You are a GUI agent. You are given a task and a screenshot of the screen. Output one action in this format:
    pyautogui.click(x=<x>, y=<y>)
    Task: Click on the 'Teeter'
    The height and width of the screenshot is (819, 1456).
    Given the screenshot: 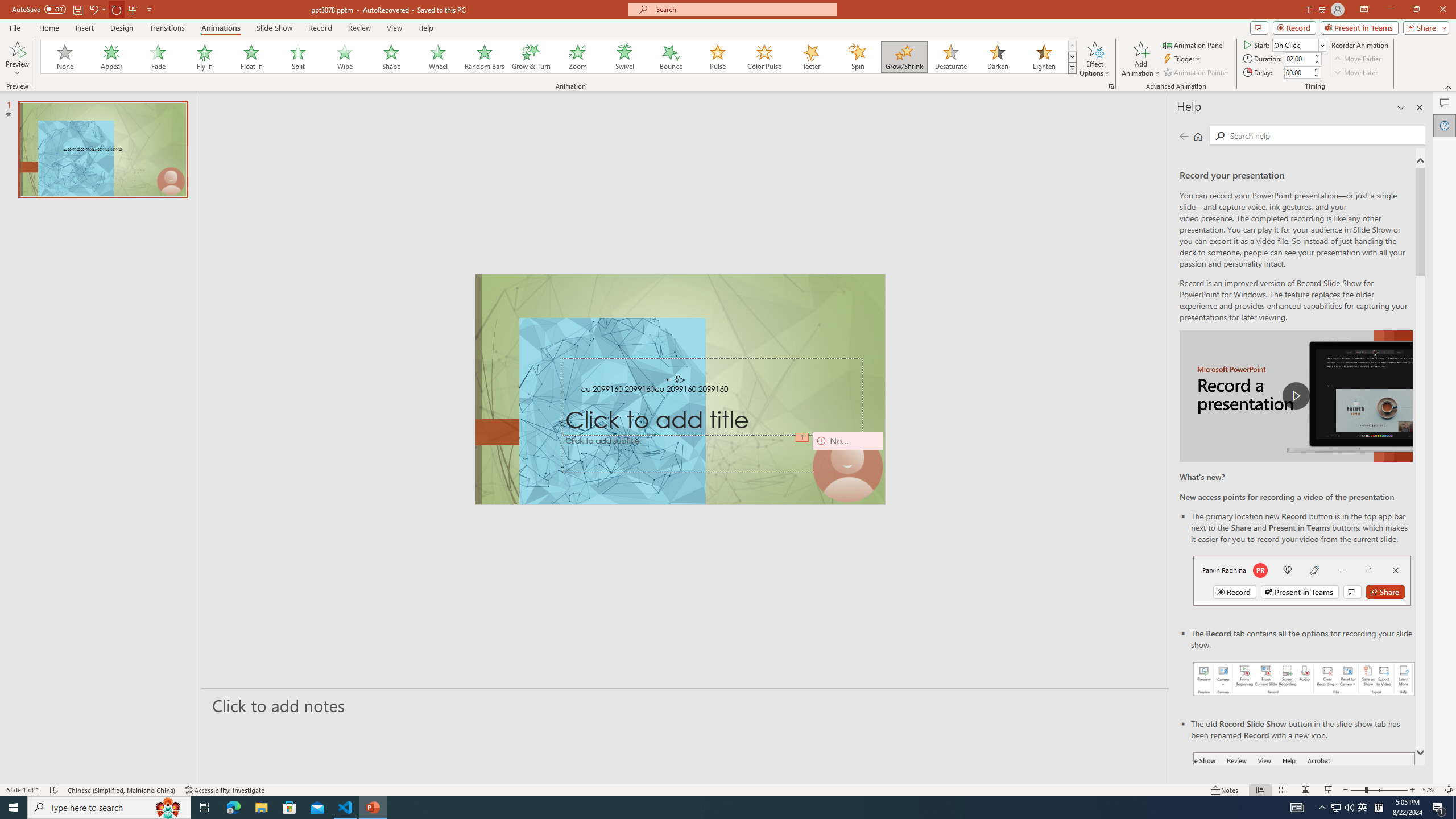 What is the action you would take?
    pyautogui.click(x=810, y=56)
    